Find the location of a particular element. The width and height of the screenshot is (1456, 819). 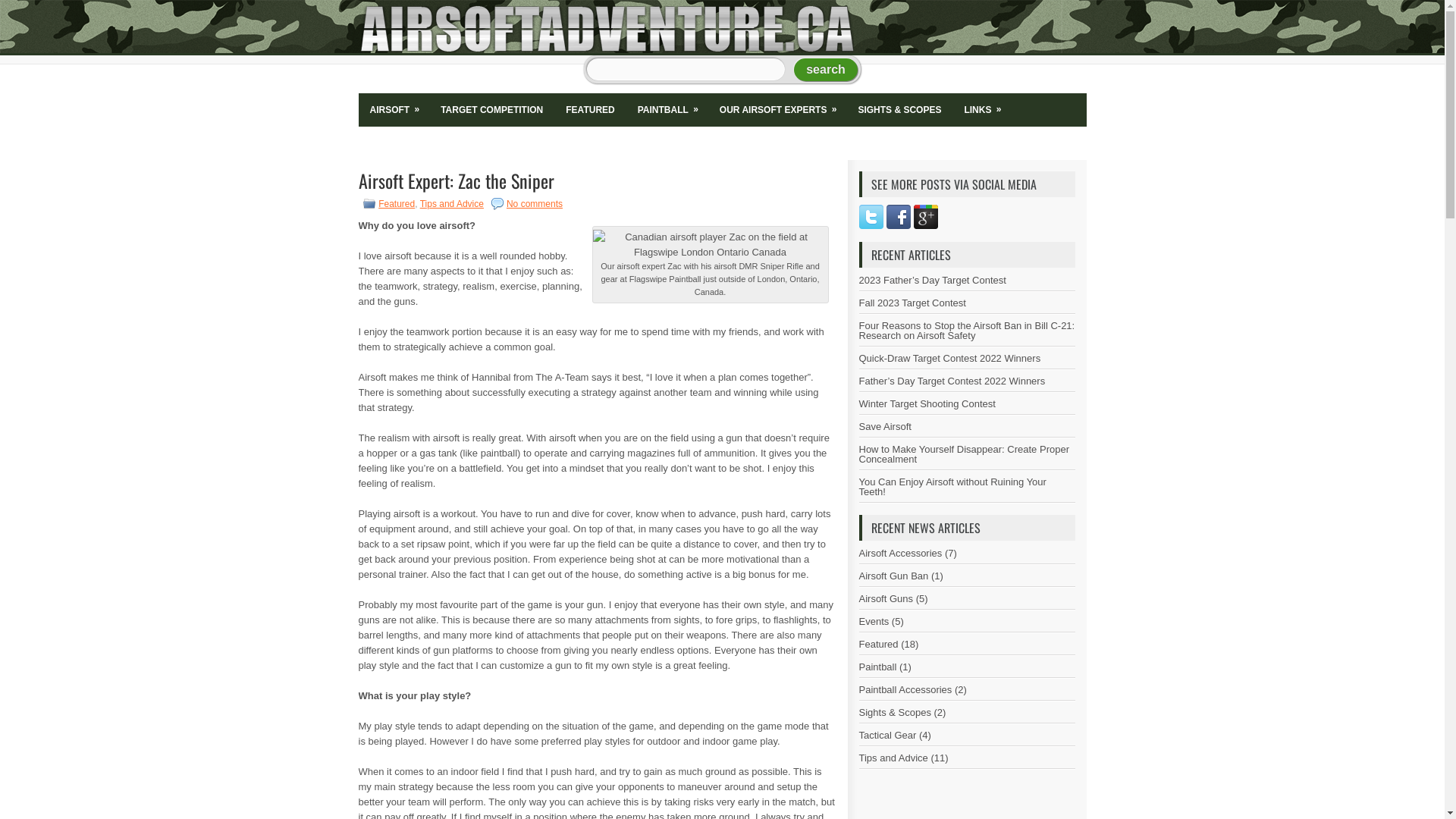

'Twitter' is located at coordinates (870, 216).